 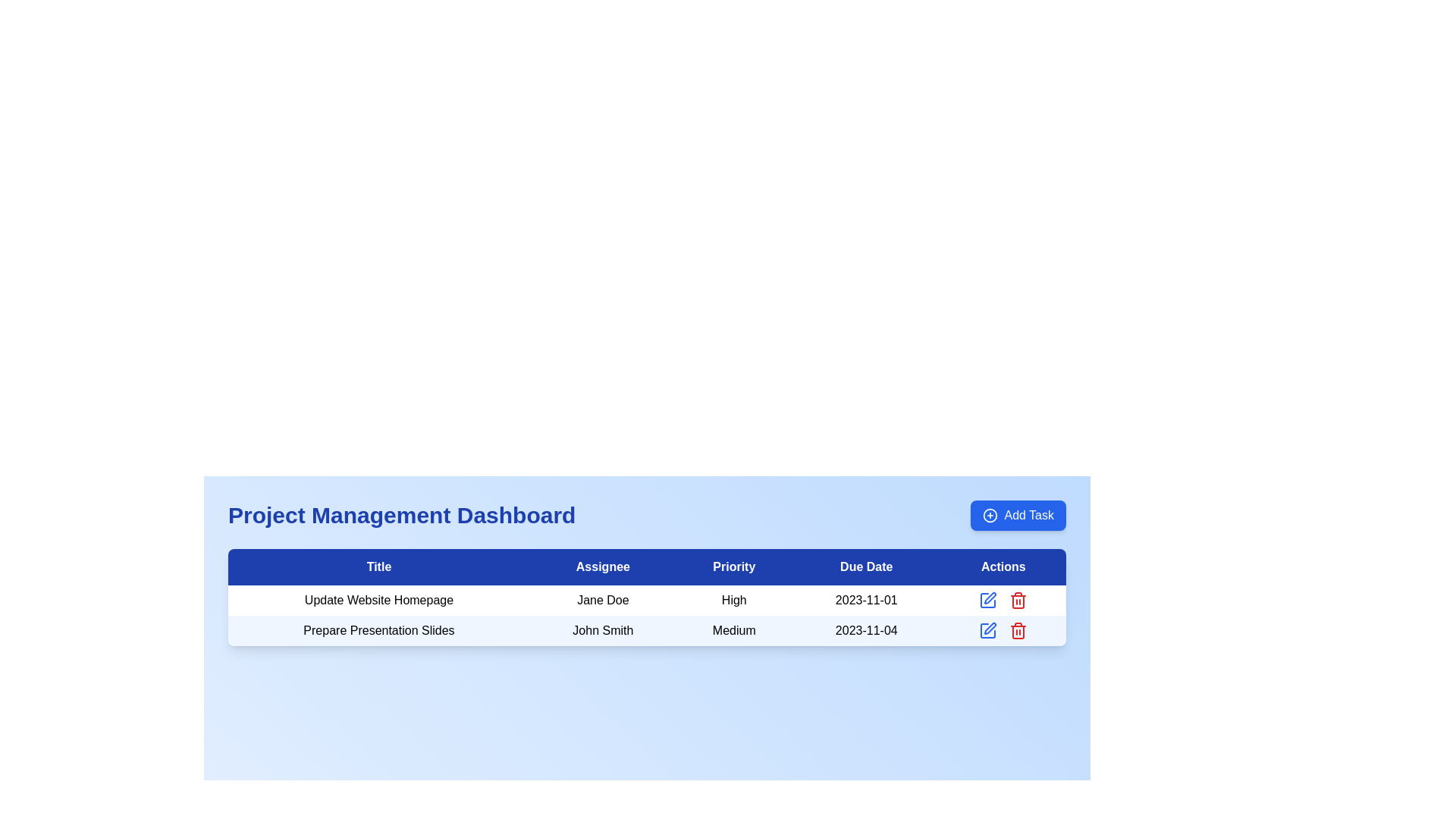 What do you see at coordinates (734, 599) in the screenshot?
I see `the text label displaying 'High' located under the 'Priority' column in the first row of the table, positioned between 'Jane Doe' and '2023-11-01'` at bounding box center [734, 599].